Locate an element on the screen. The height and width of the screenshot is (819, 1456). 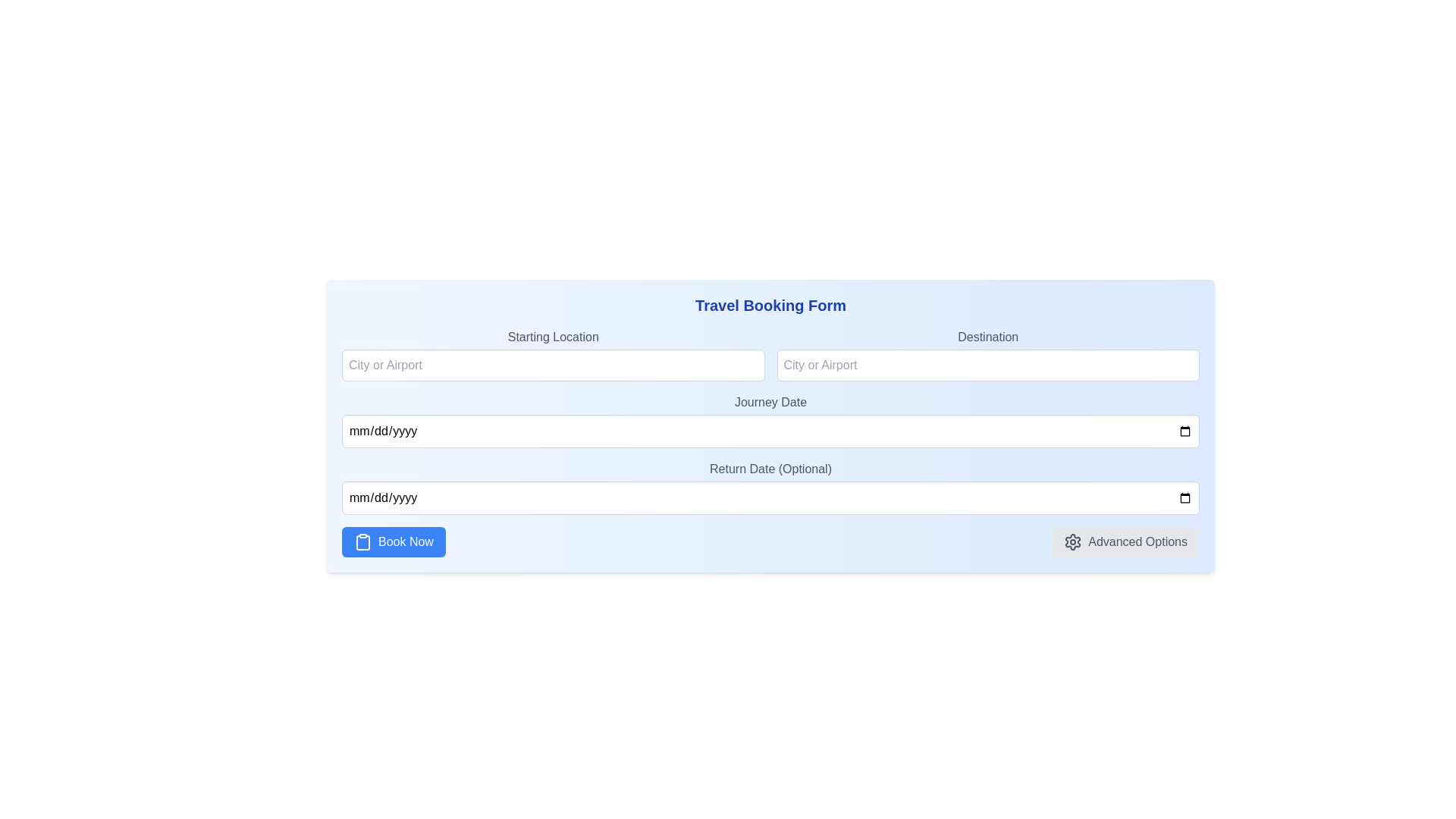
the clipboard icon located to the left of the 'Book Now' text is located at coordinates (362, 541).